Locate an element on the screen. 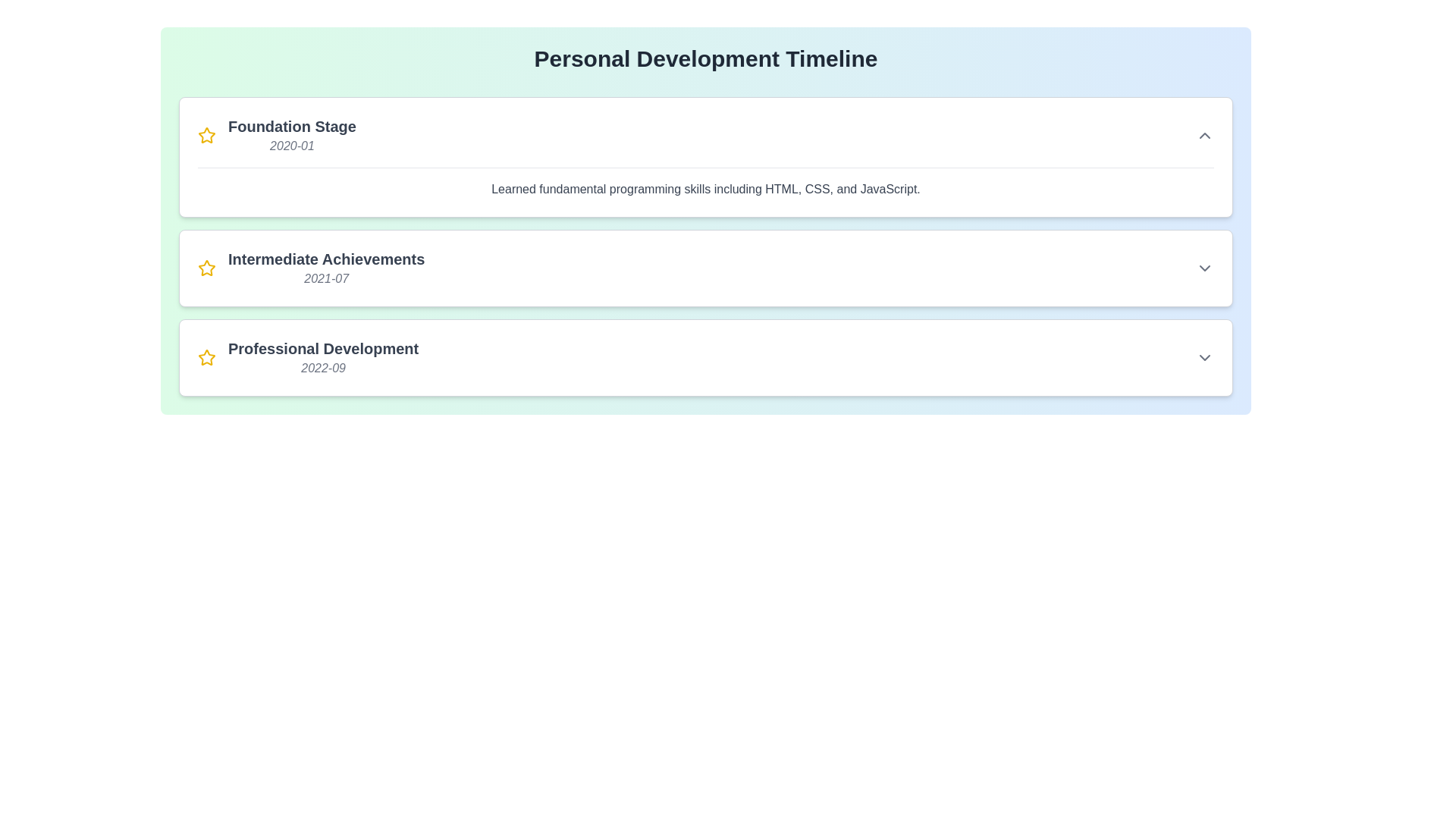  the text display that shows 'Professional Development' and '2022-09' is located at coordinates (322, 357).